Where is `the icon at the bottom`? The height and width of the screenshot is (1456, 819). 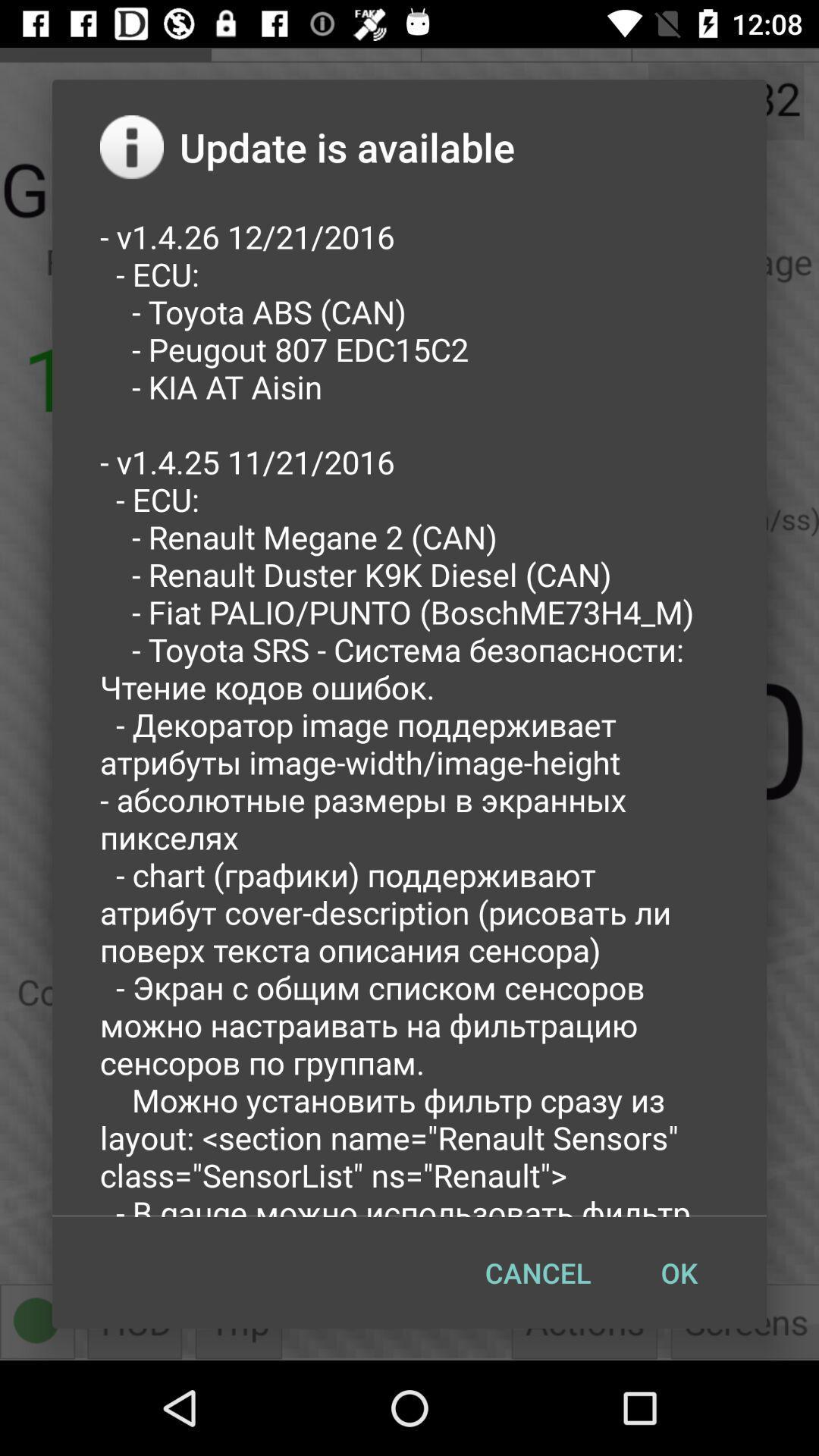
the icon at the bottom is located at coordinates (537, 1272).